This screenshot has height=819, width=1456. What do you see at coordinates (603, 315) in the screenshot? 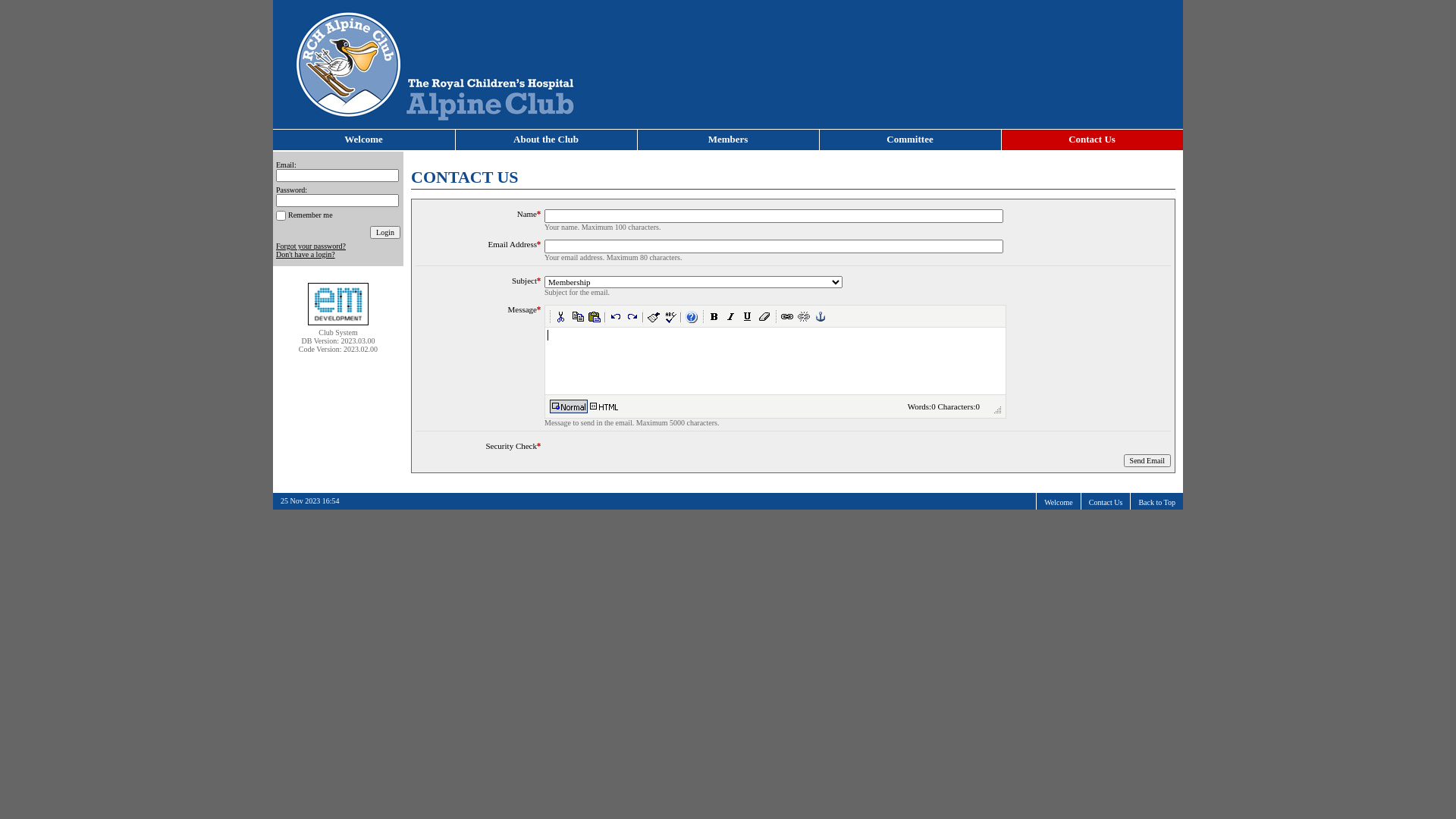
I see `'separator'` at bounding box center [603, 315].